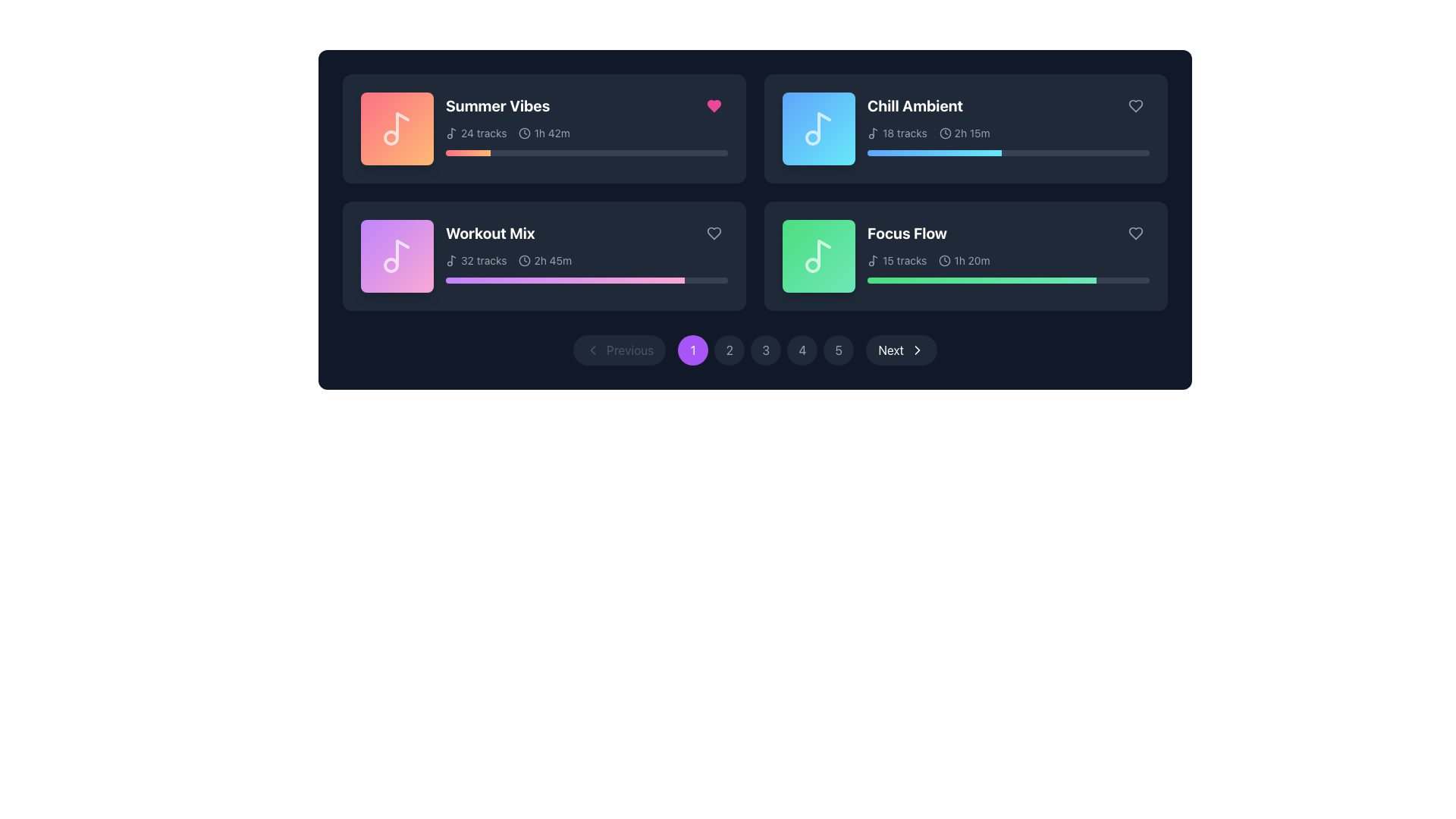 Image resolution: width=1456 pixels, height=819 pixels. I want to click on the music playlist icon located within the 'Focus Flow' card, specifically to the left of the text '15 tracks', in the lower-right card of a four-card grid layout, so click(874, 259).